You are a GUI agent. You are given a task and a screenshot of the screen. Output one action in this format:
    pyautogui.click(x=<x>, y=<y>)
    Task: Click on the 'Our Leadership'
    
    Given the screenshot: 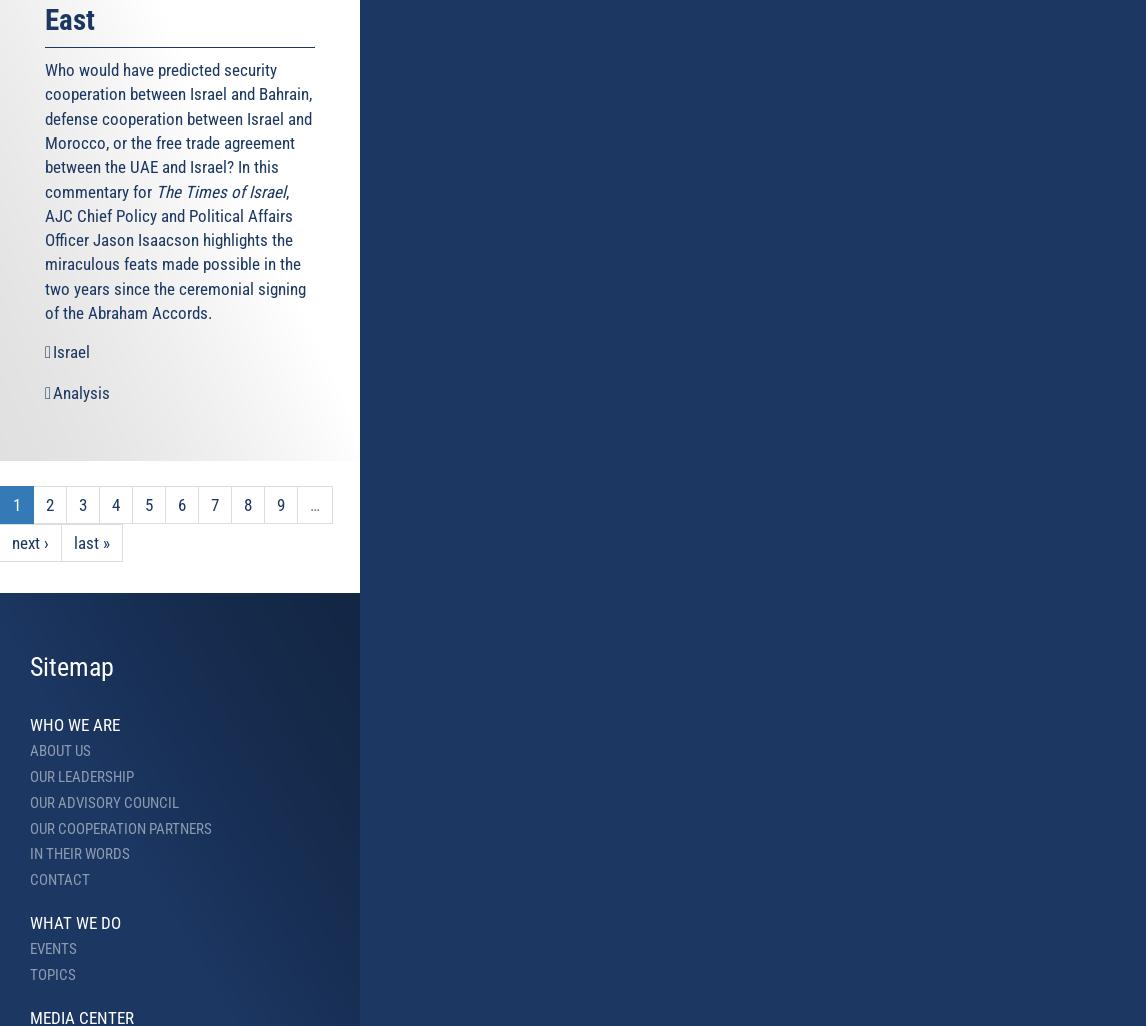 What is the action you would take?
    pyautogui.click(x=30, y=774)
    